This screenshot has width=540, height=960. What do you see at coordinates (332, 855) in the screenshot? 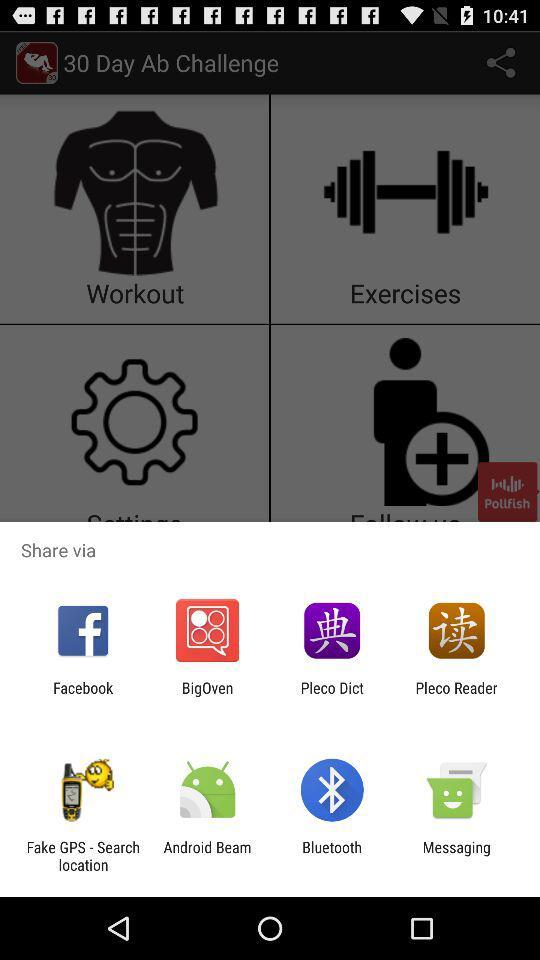
I see `the bluetooth icon` at bounding box center [332, 855].